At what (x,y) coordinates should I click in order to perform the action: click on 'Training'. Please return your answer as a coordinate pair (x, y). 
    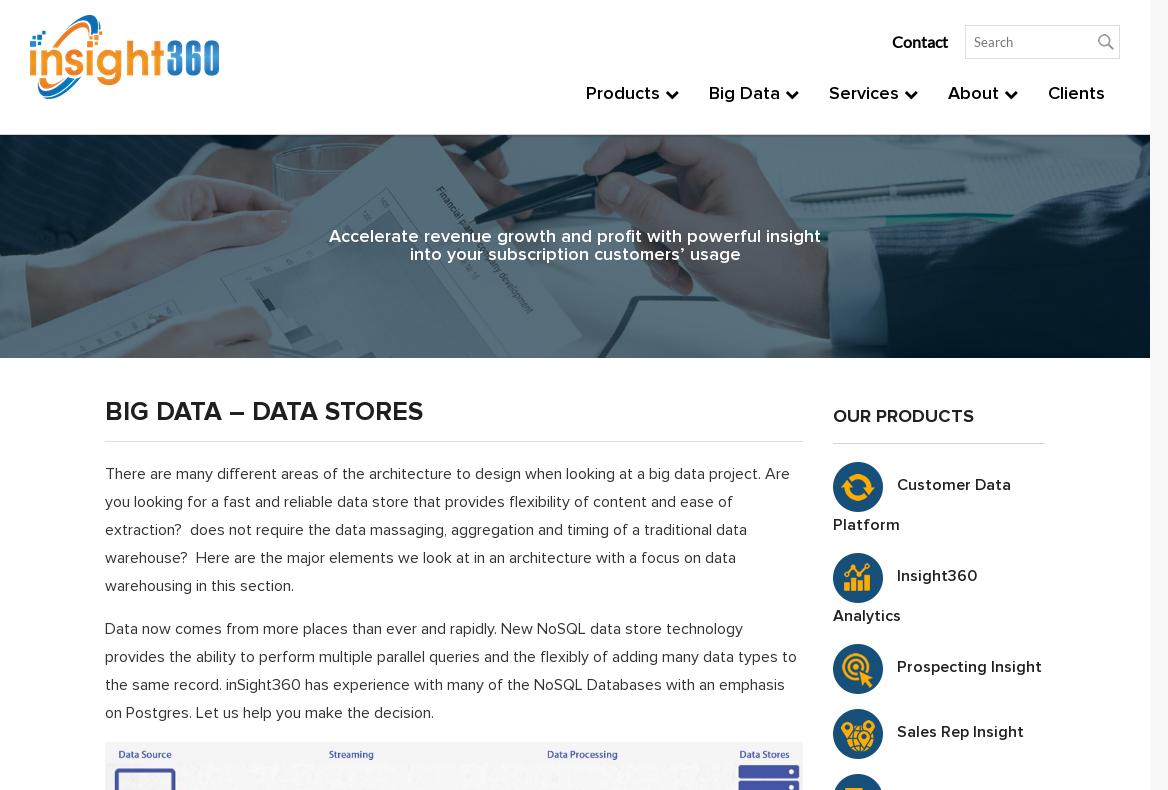
    Looking at the image, I should click on (857, 427).